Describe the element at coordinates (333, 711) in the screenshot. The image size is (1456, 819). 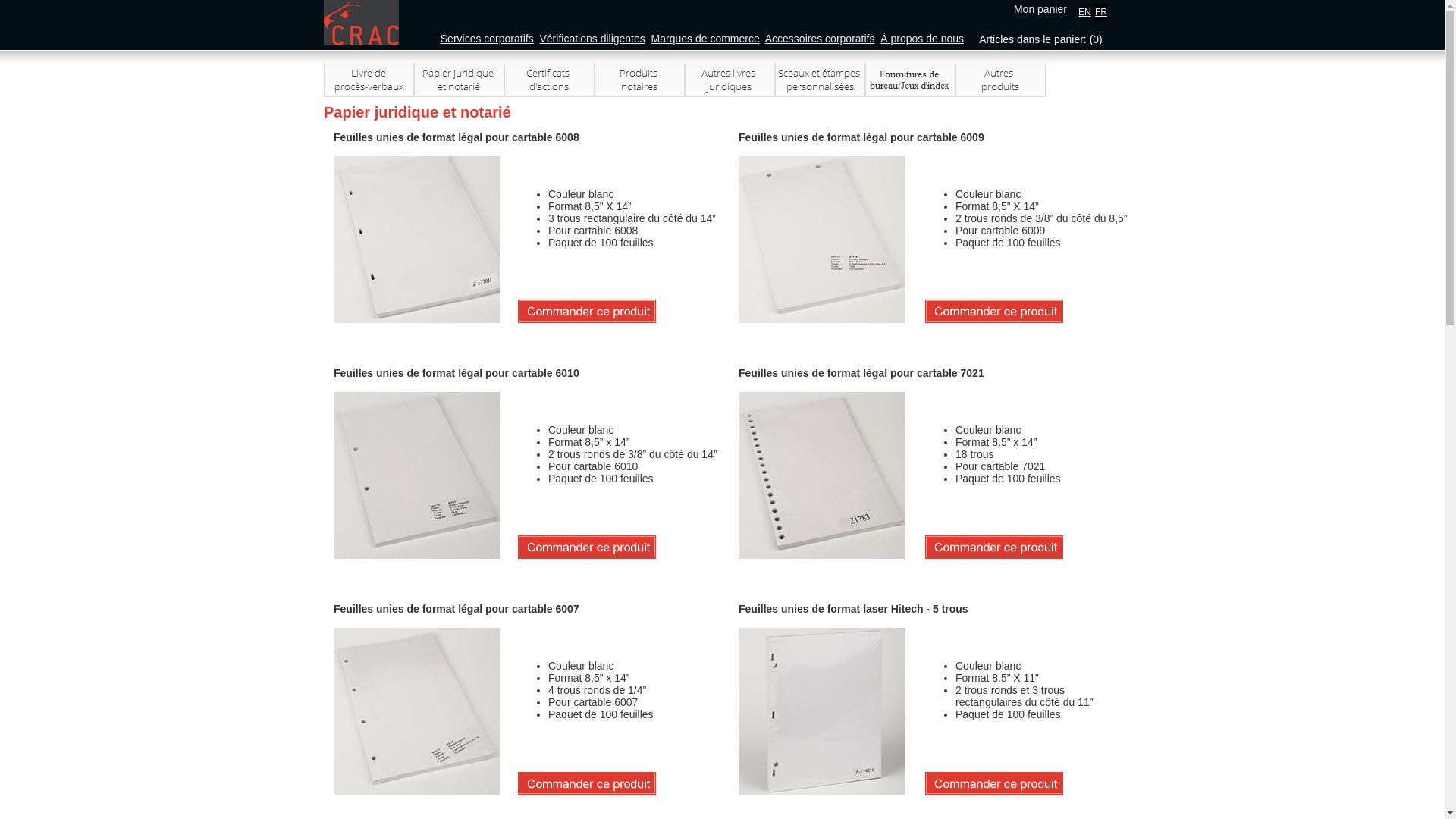
I see `'Z1773-alt-220'` at that location.